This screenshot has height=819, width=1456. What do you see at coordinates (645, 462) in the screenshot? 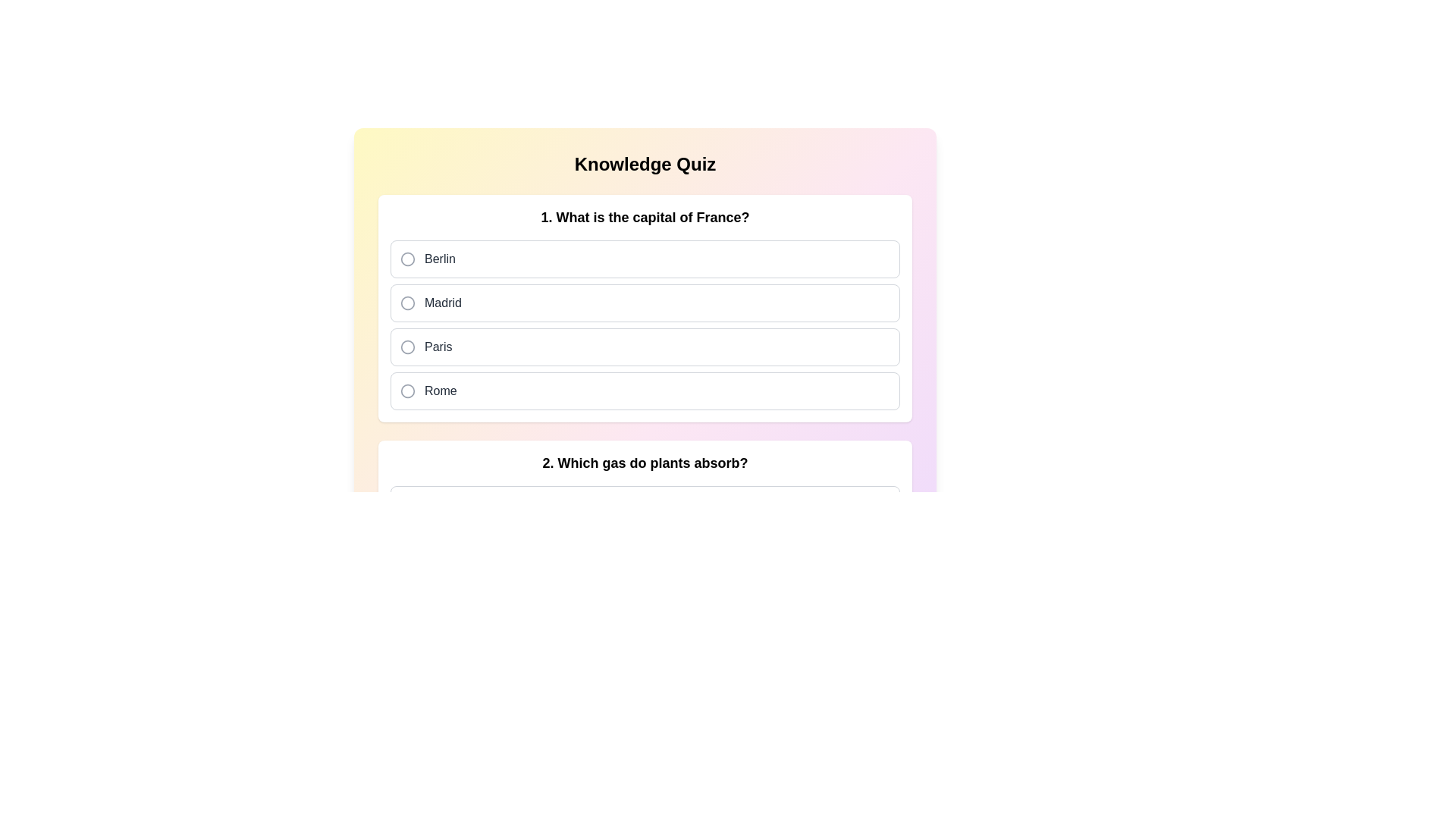
I see `question heading that states '2. Which gas do plants absorb?' located in the quiz interface, positioned below the first question heading` at bounding box center [645, 462].